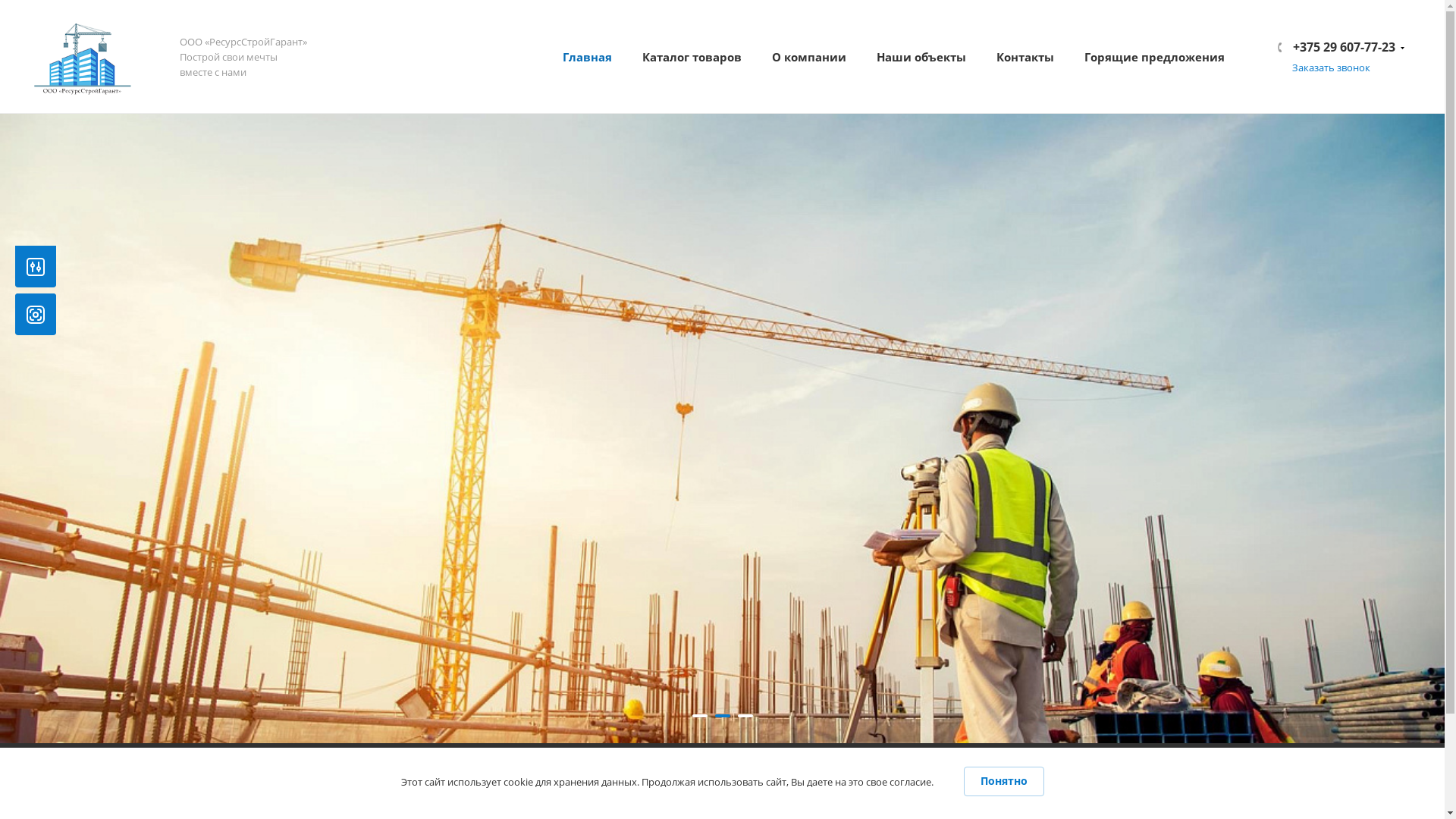  I want to click on '+375 29 607-77-23', so click(599, 781).